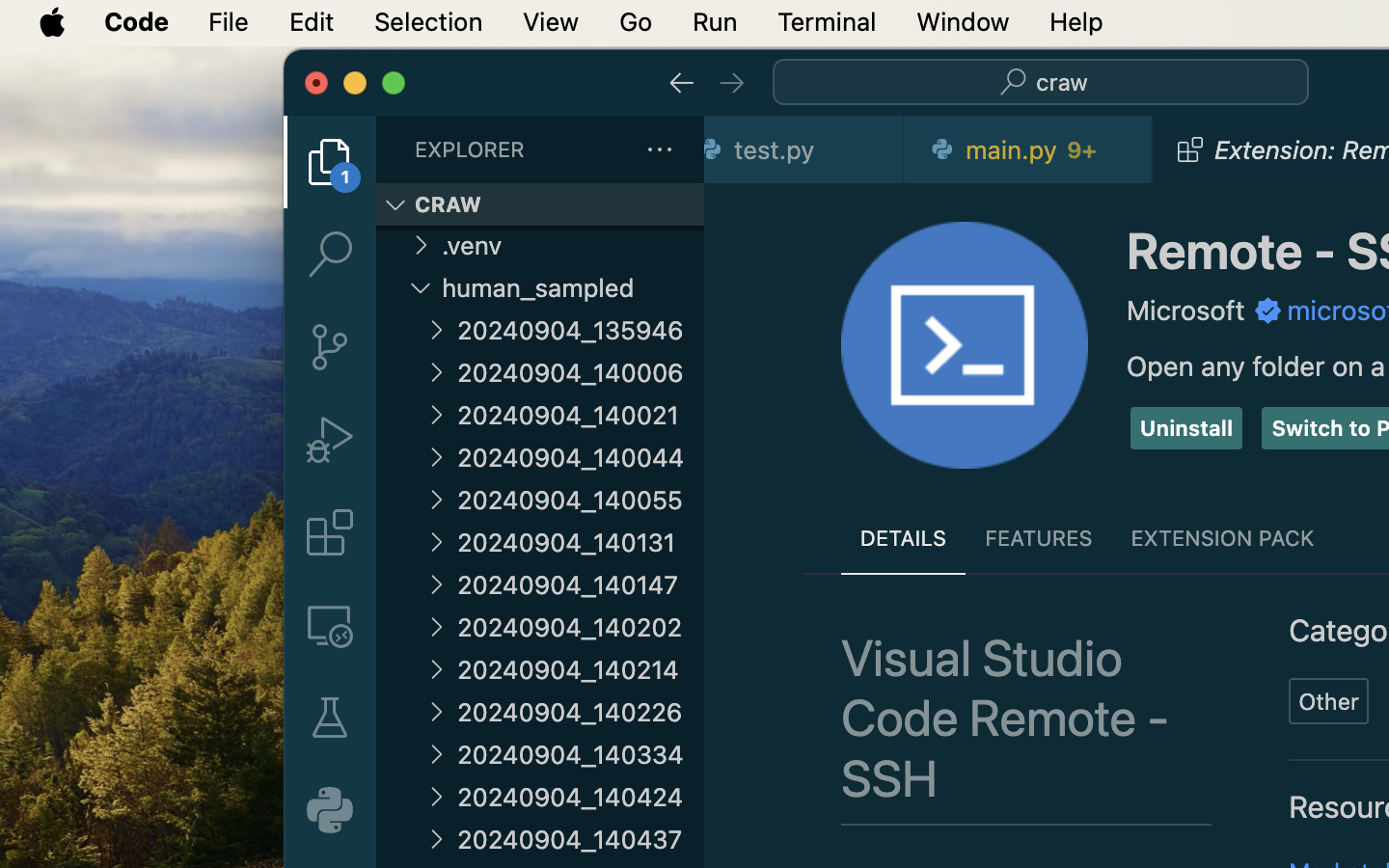 This screenshot has height=868, width=1389. Describe the element at coordinates (580, 583) in the screenshot. I see `'20240904_140147'` at that location.